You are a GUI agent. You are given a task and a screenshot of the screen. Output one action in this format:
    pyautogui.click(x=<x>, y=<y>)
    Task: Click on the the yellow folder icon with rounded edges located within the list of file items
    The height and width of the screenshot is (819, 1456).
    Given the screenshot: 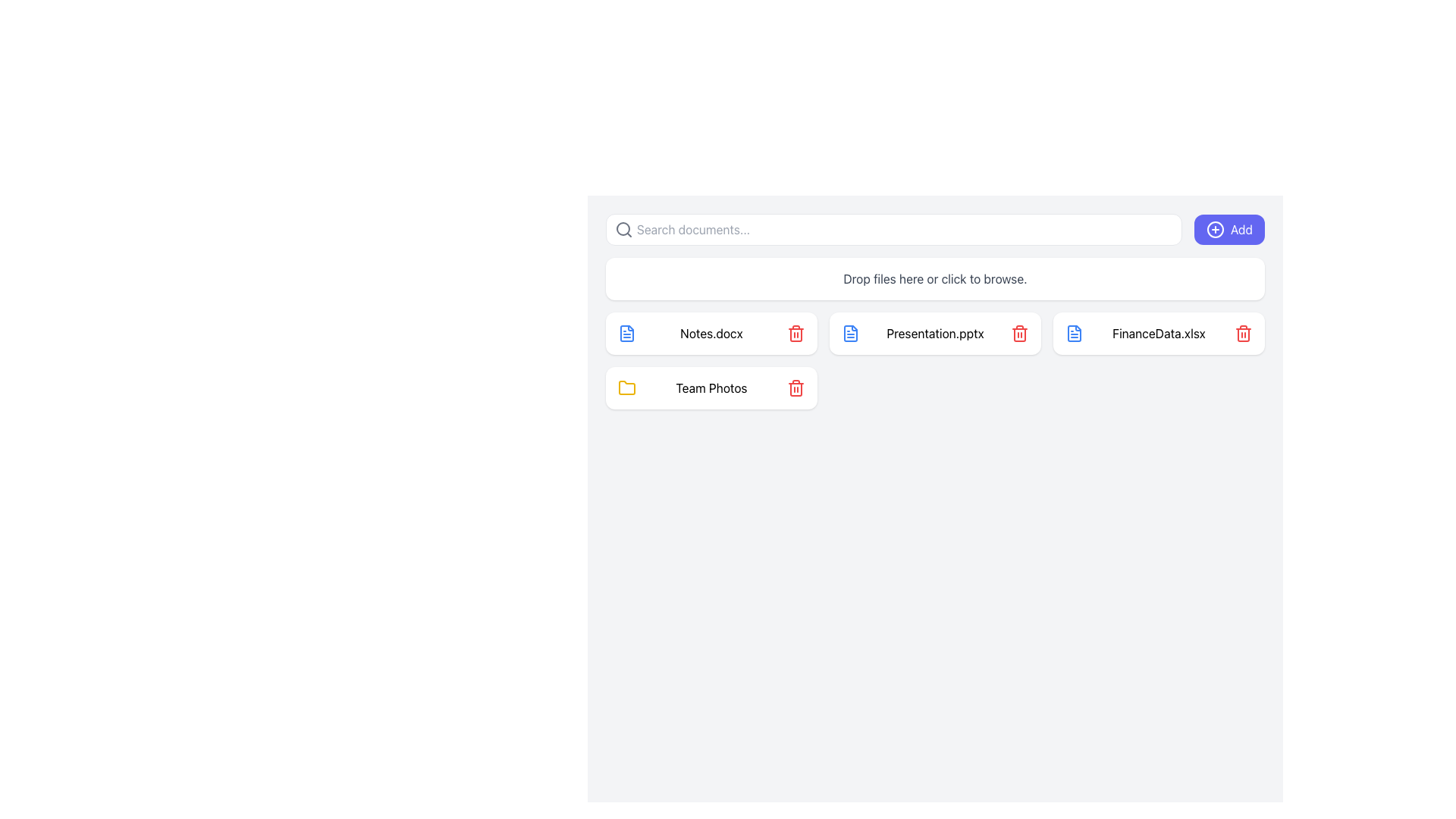 What is the action you would take?
    pyautogui.click(x=626, y=386)
    